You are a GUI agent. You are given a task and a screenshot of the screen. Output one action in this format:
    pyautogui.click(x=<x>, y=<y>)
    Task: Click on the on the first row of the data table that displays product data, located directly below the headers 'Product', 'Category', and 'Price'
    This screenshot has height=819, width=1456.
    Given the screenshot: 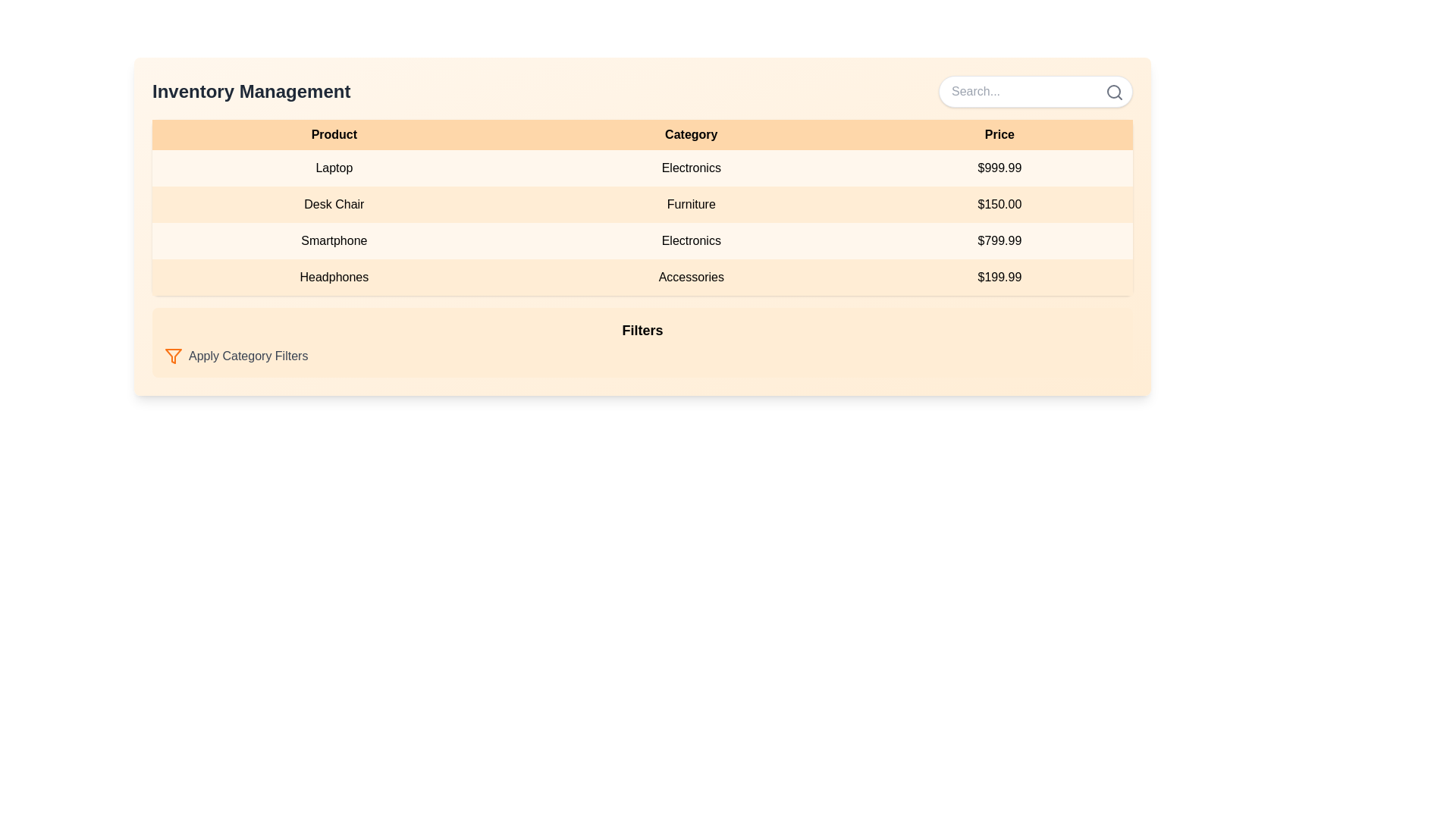 What is the action you would take?
    pyautogui.click(x=642, y=168)
    